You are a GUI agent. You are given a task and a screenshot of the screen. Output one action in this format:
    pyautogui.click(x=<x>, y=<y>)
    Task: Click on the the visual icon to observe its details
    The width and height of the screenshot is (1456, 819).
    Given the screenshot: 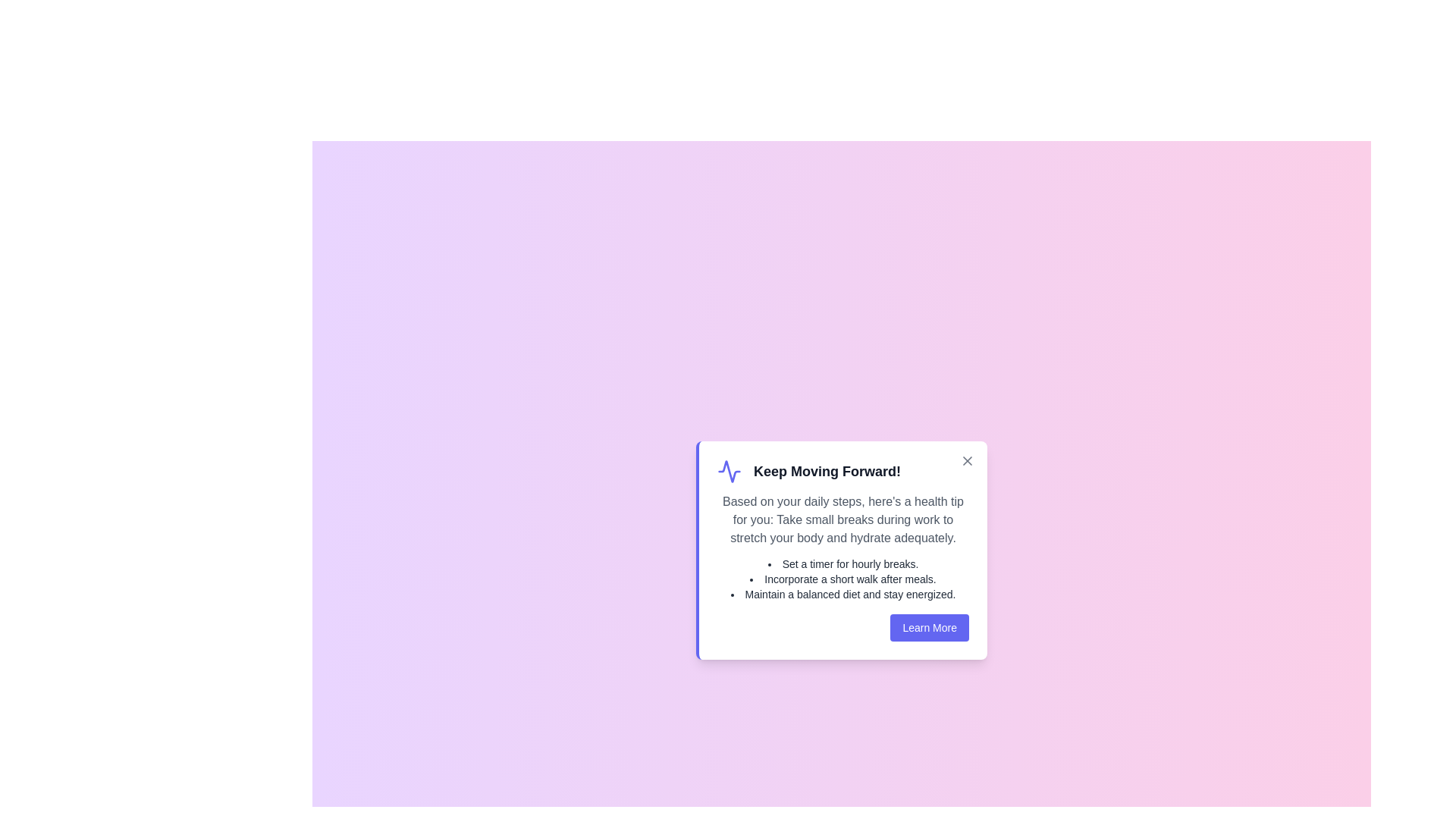 What is the action you would take?
    pyautogui.click(x=729, y=470)
    